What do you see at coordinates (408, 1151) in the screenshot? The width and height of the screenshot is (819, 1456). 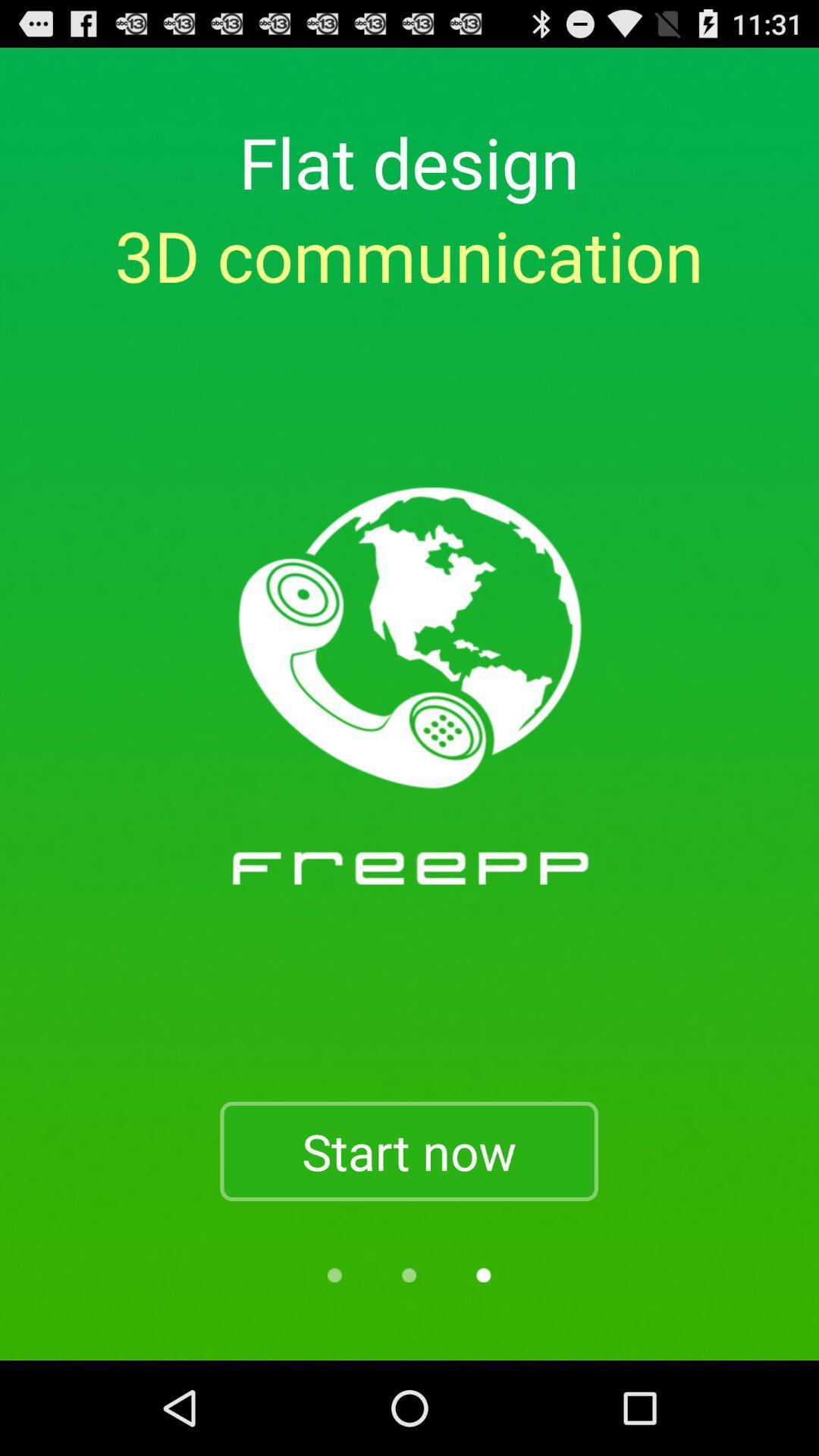 I see `the start now item` at bounding box center [408, 1151].